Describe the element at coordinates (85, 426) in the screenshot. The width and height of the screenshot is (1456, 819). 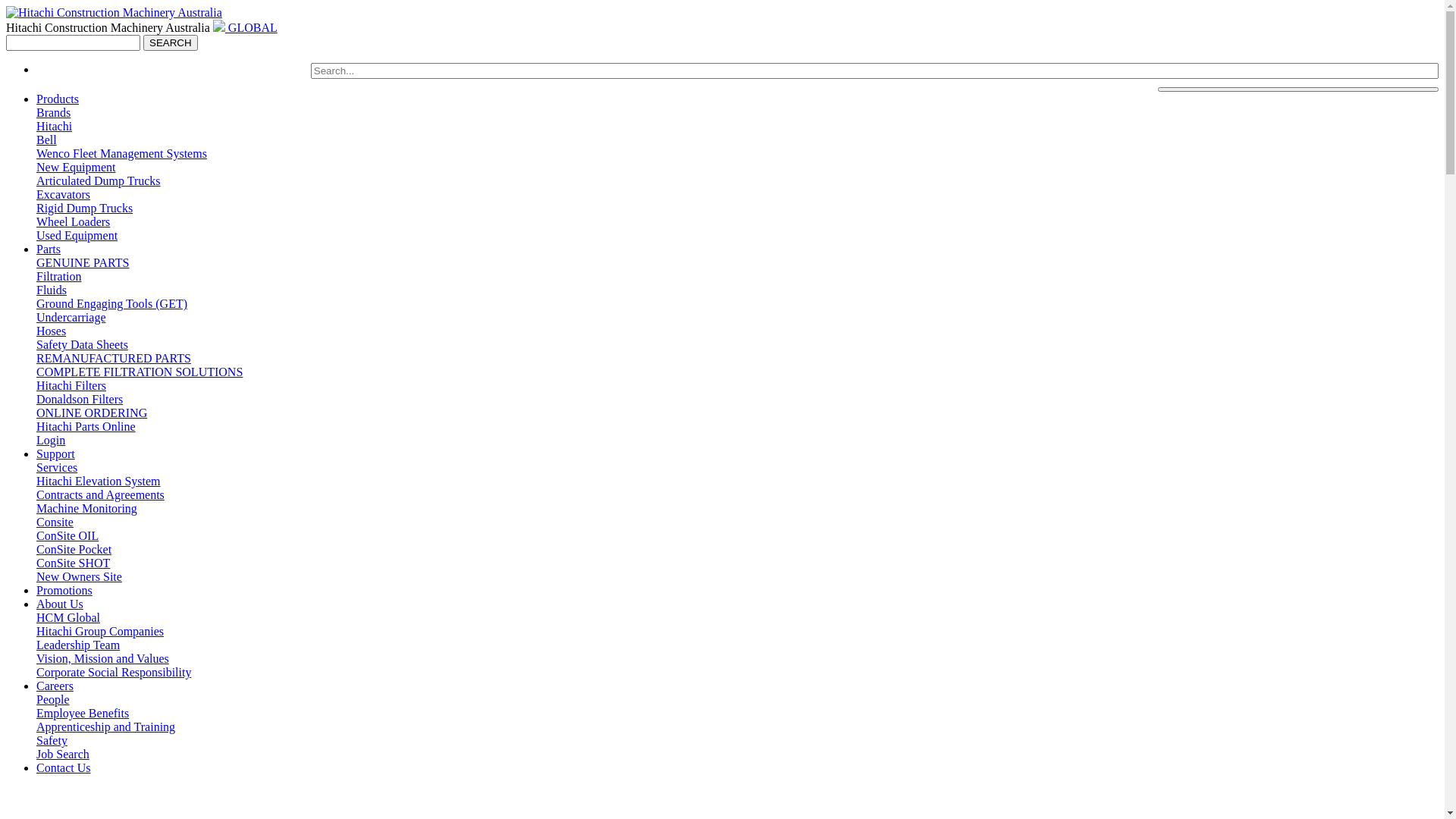
I see `'Hitachi Parts Online'` at that location.